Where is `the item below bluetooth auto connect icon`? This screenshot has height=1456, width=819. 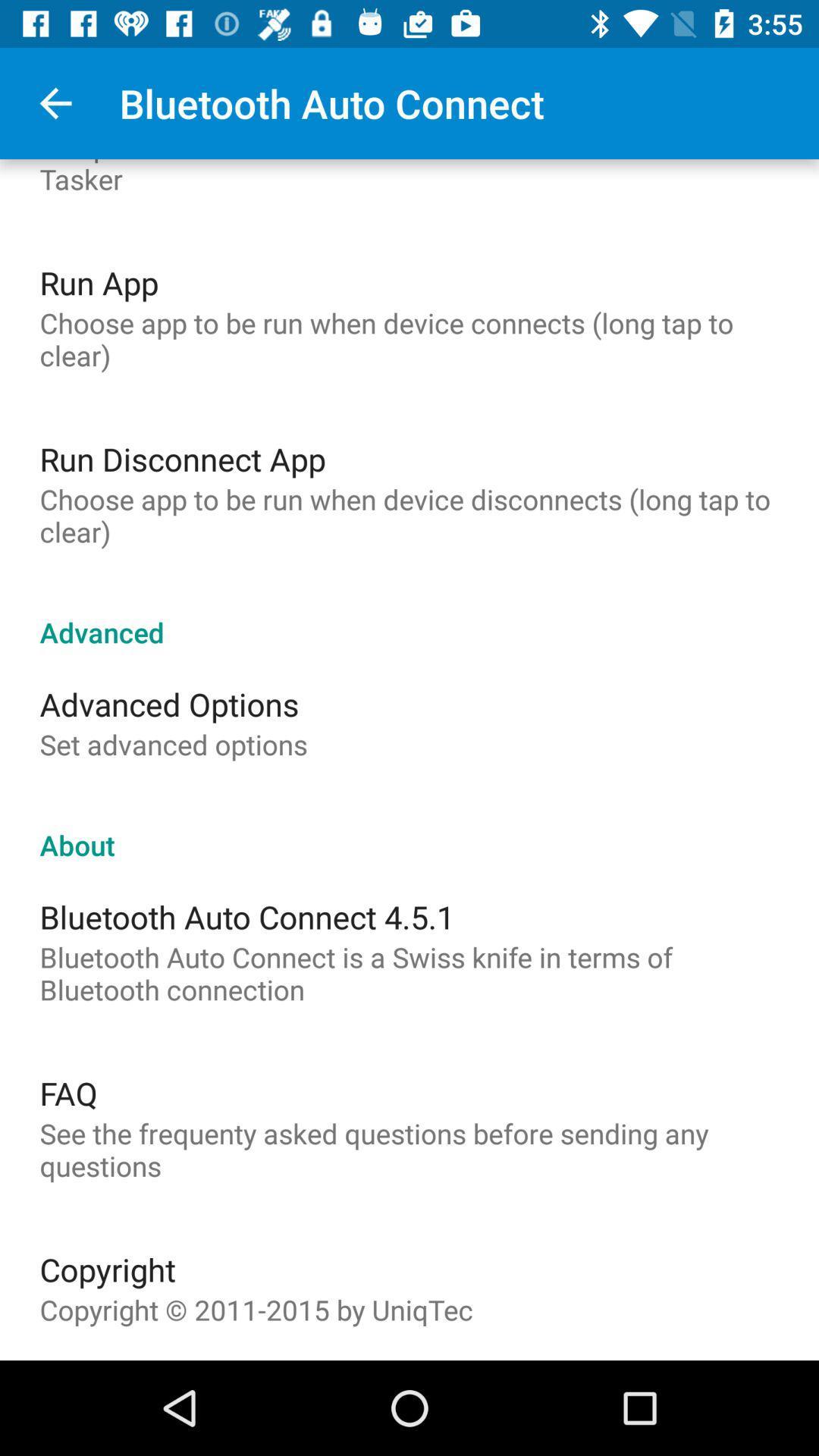 the item below bluetooth auto connect icon is located at coordinates (68, 1093).